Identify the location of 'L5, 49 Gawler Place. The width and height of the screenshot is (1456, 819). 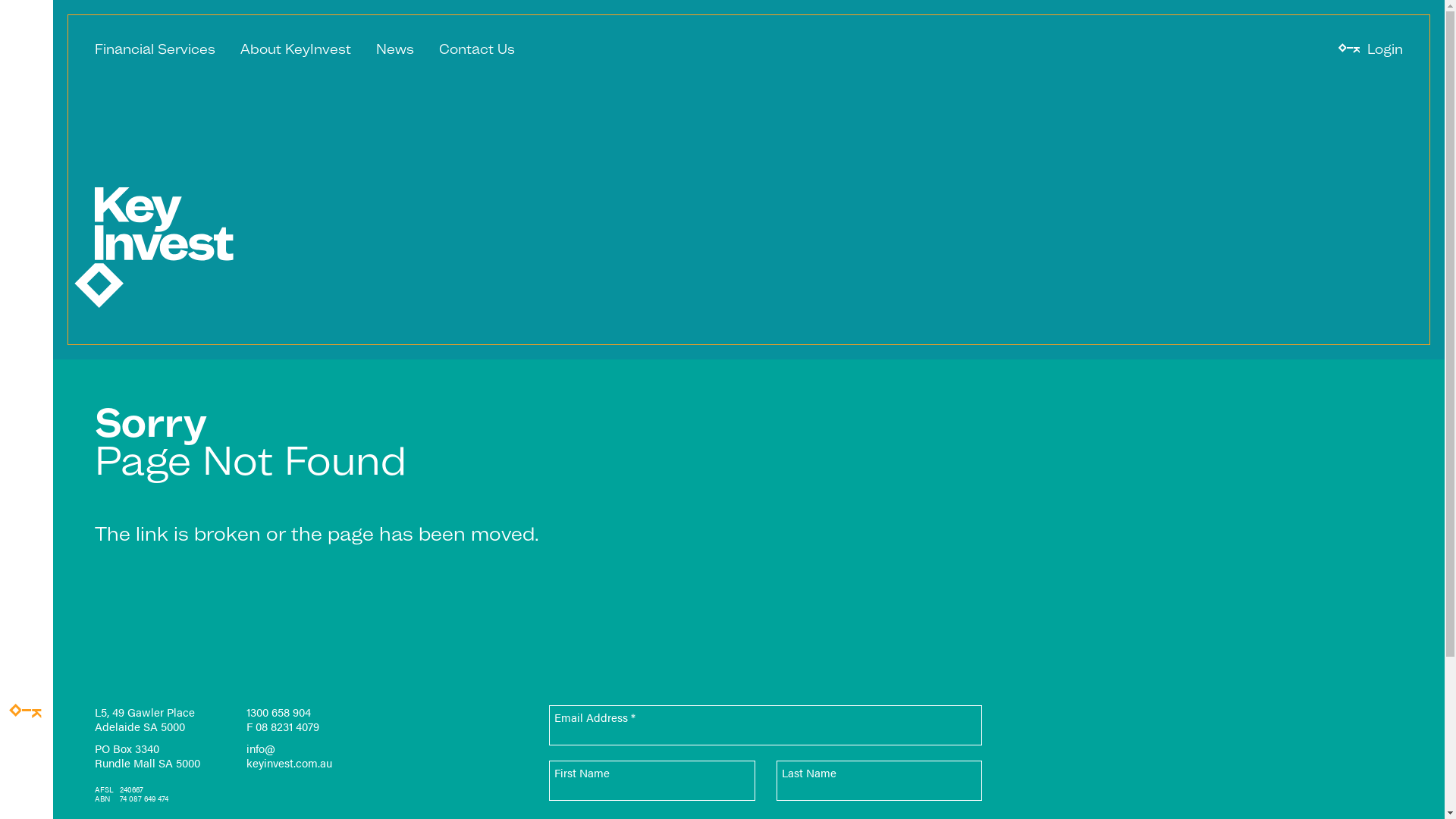
(93, 718).